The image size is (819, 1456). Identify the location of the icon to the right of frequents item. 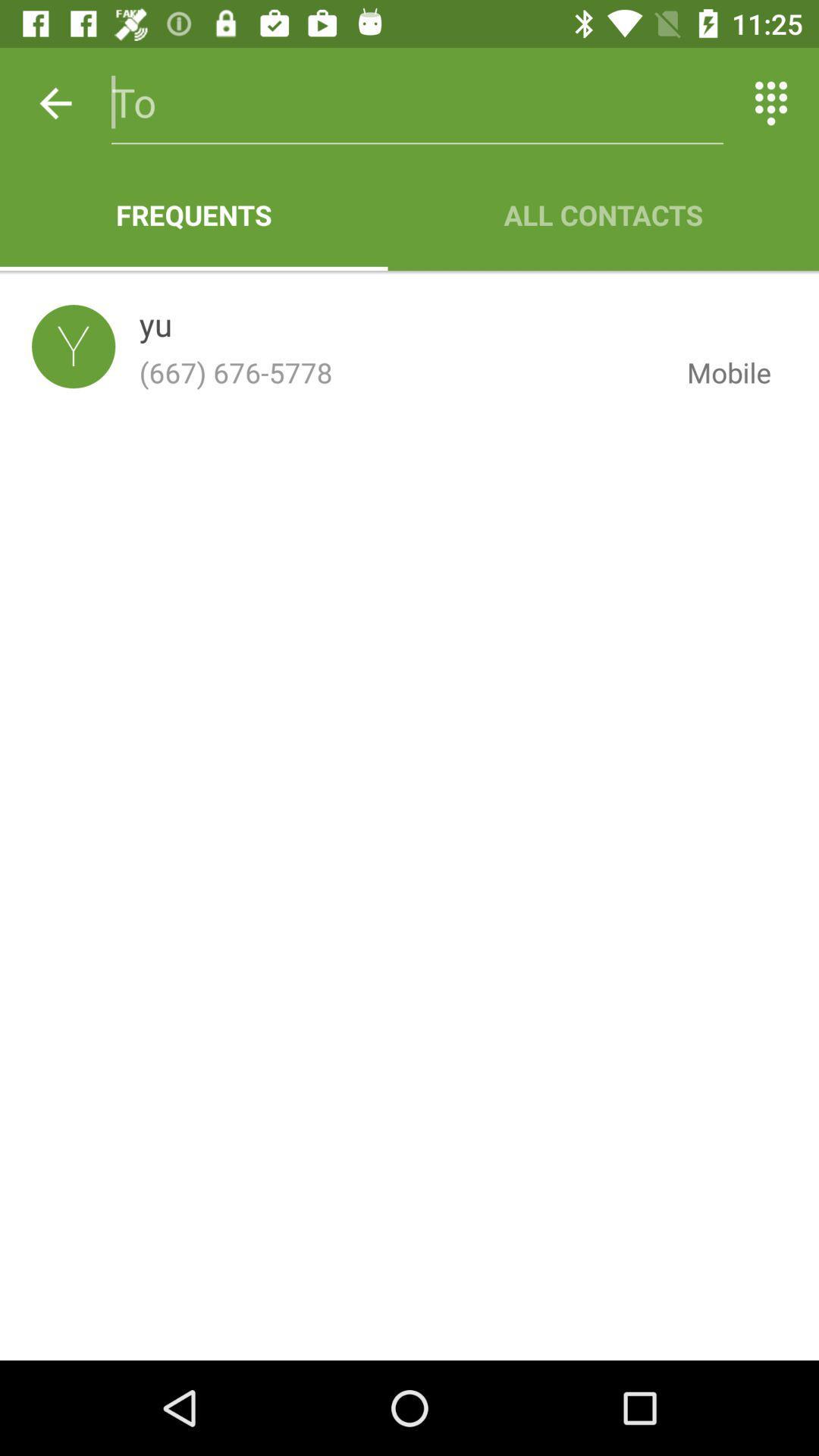
(602, 214).